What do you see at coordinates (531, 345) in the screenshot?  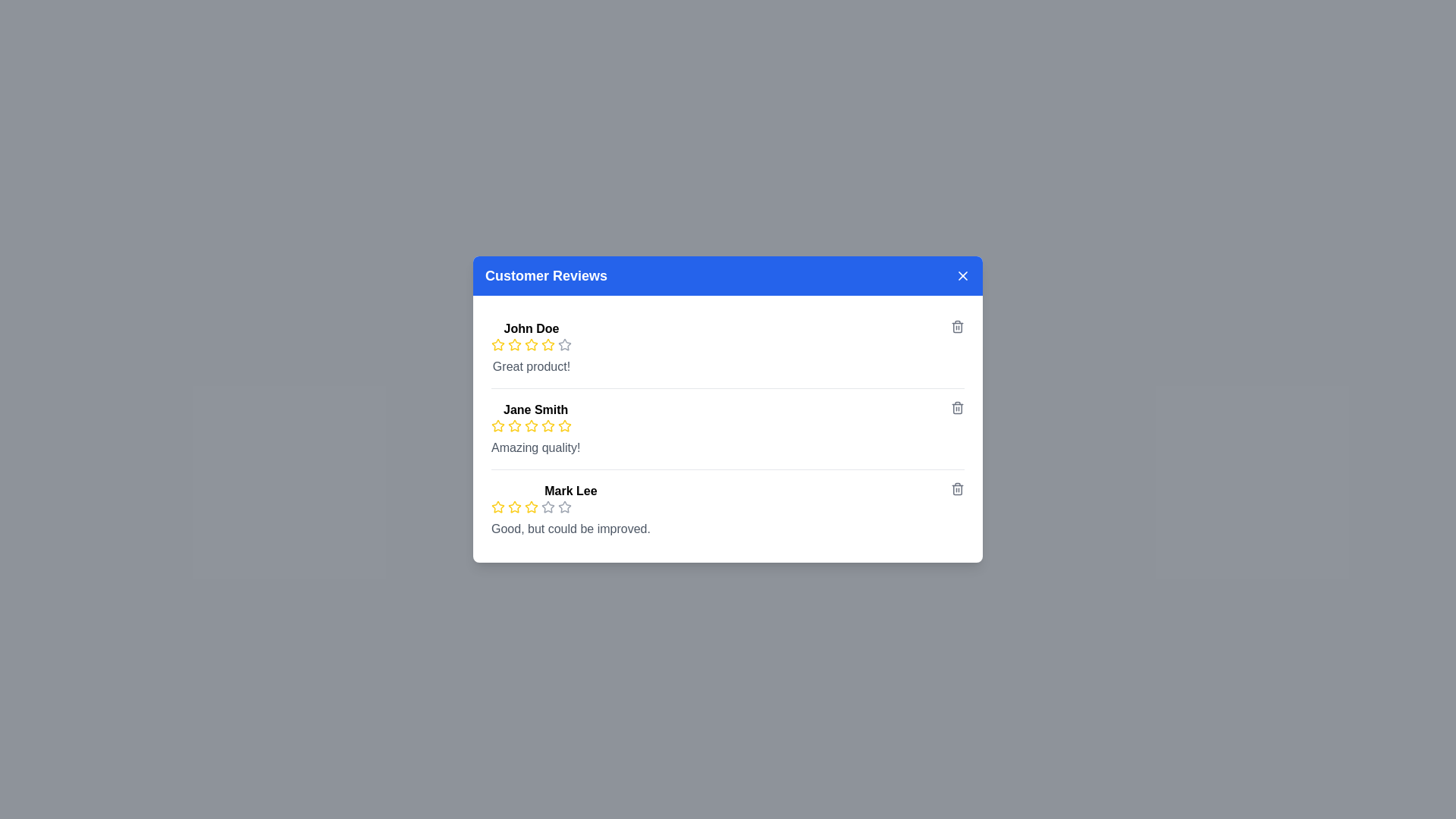 I see `the rating to 3 stars by clicking on the corresponding star` at bounding box center [531, 345].